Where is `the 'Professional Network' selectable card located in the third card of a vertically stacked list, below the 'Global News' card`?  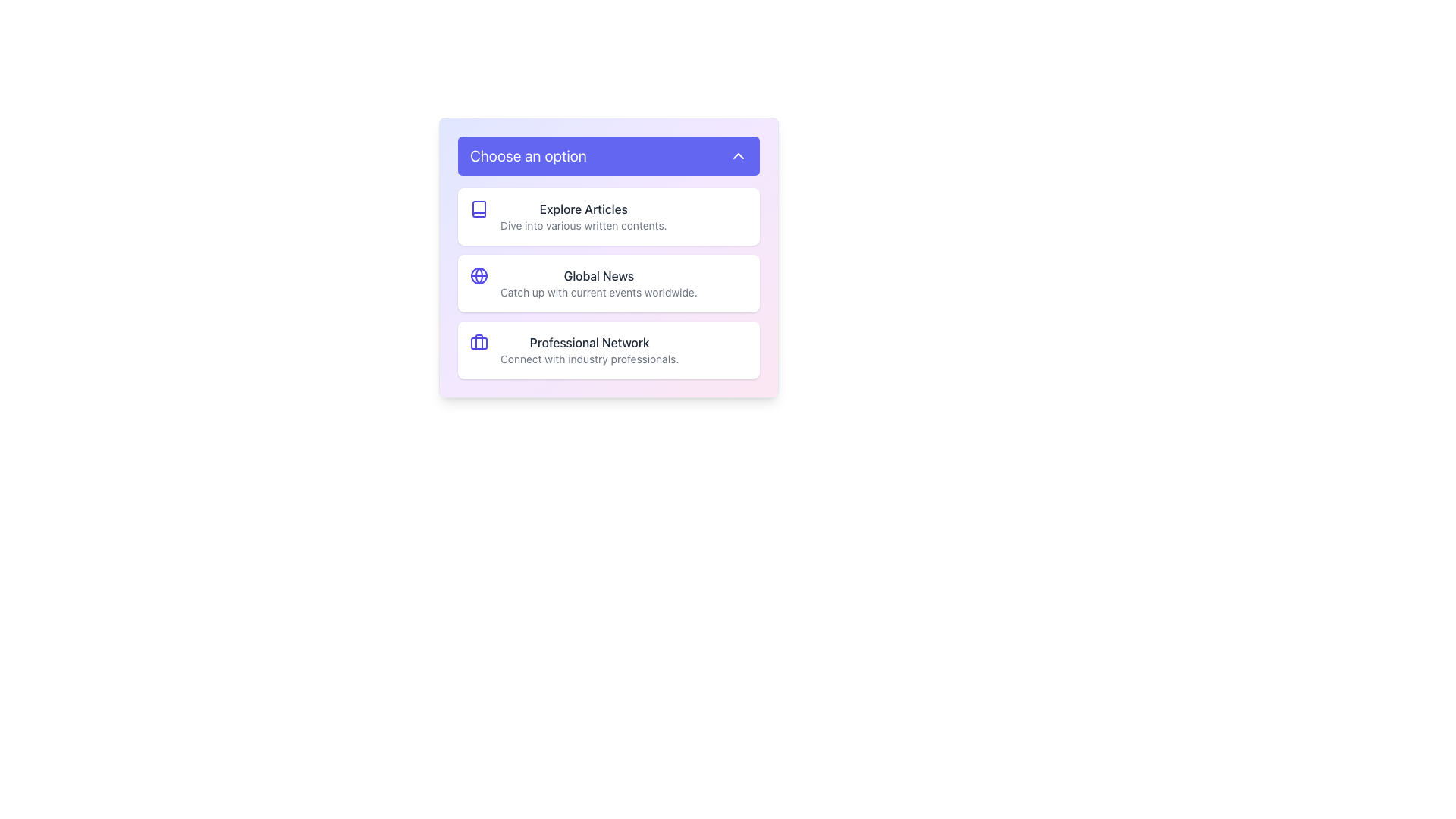
the 'Professional Network' selectable card located in the third card of a vertically stacked list, below the 'Global News' card is located at coordinates (588, 350).